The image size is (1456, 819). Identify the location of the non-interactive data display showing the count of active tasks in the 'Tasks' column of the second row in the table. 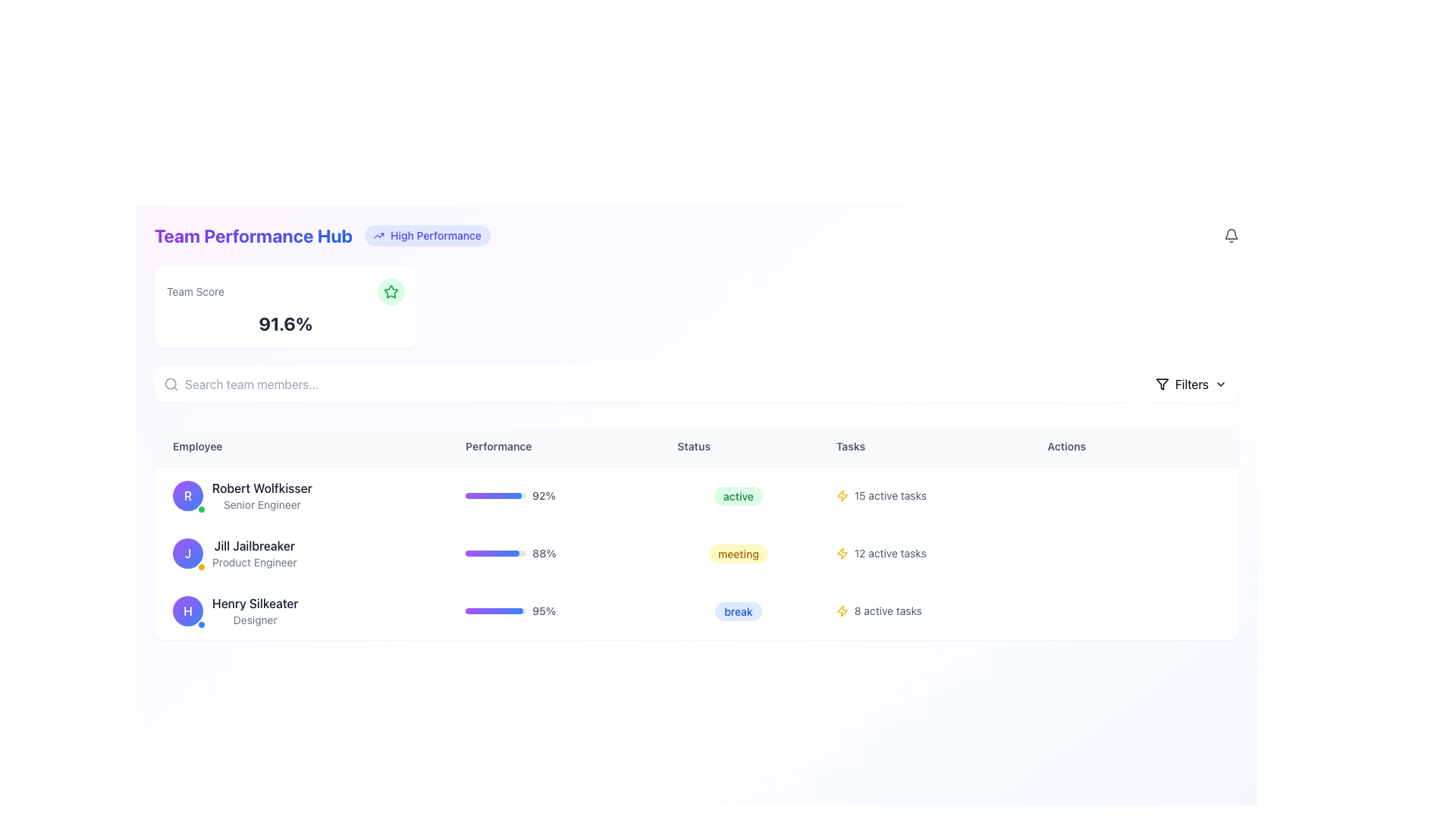
(923, 553).